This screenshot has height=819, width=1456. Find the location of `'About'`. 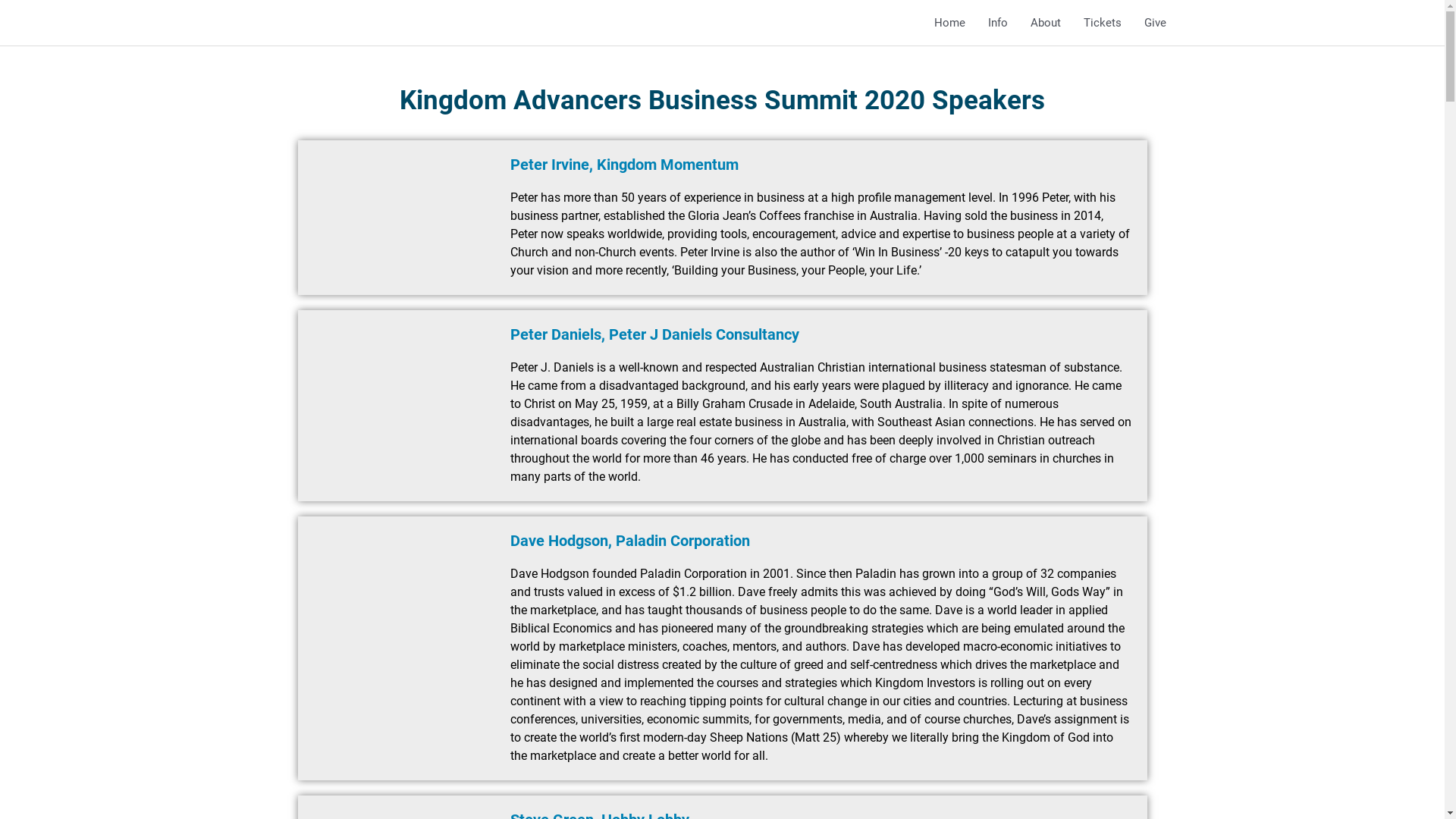

'About' is located at coordinates (1044, 23).